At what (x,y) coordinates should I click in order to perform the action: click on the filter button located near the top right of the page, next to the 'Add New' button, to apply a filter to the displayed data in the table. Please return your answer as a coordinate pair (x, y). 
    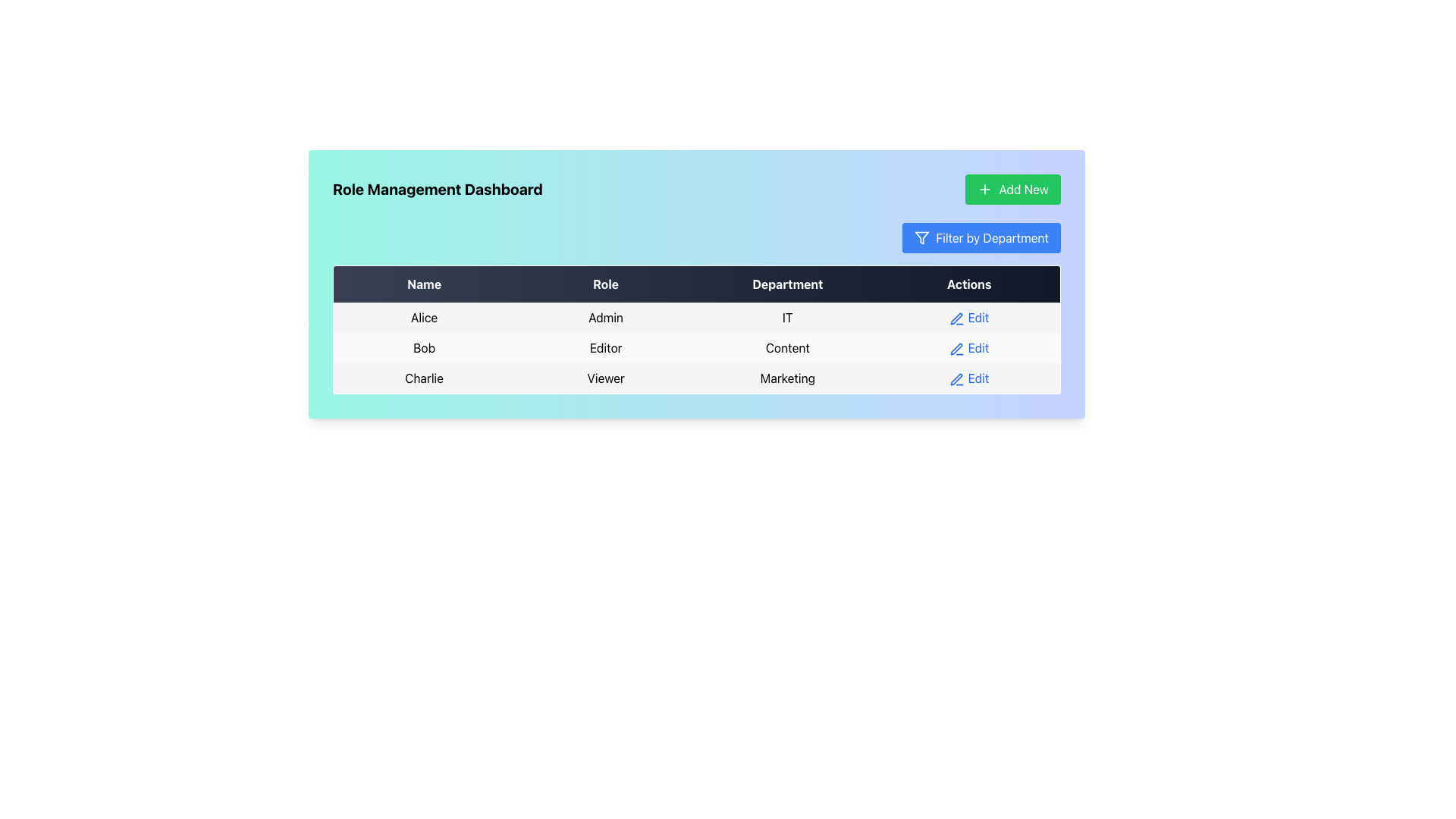
    Looking at the image, I should click on (981, 237).